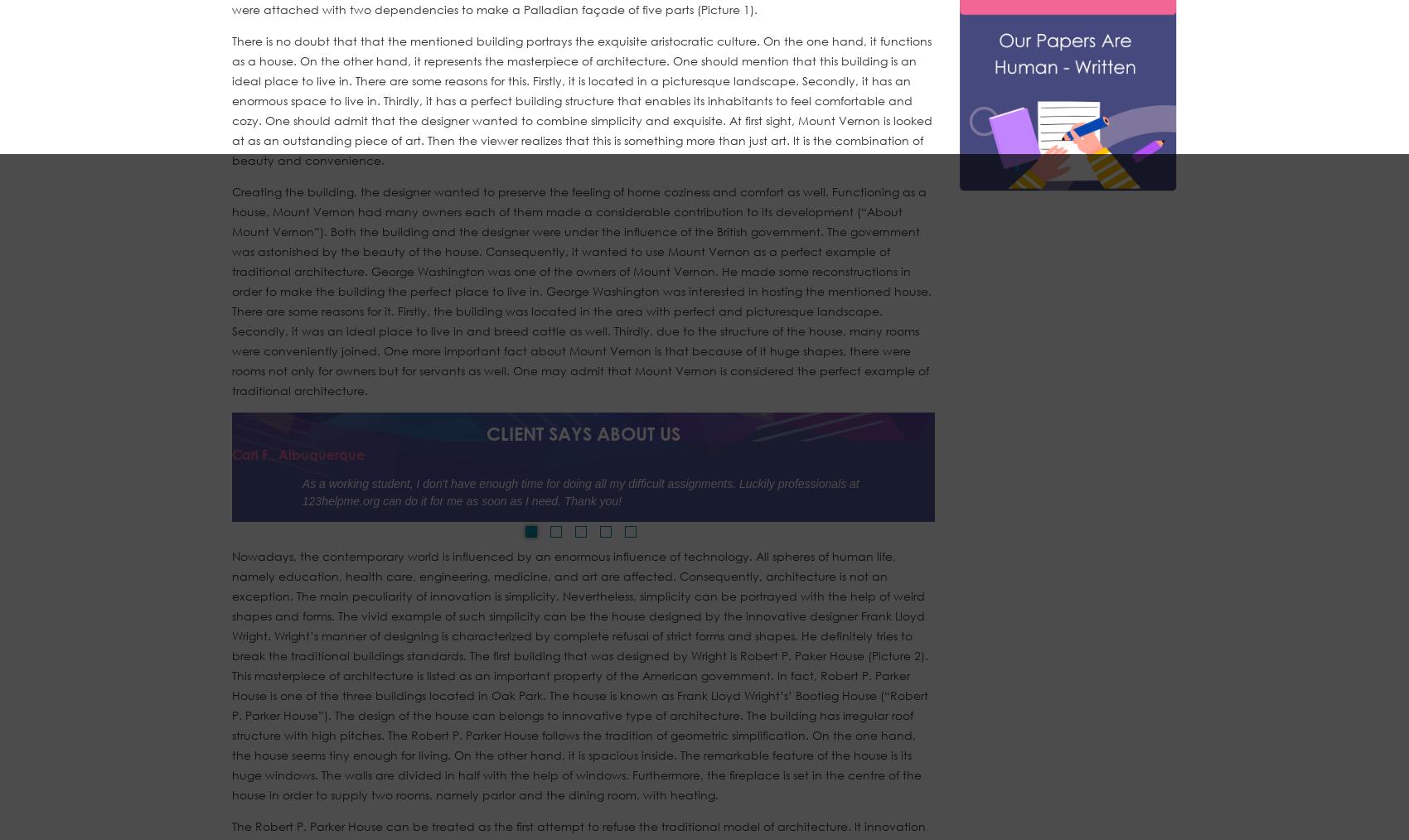 The image size is (1409, 840). What do you see at coordinates (231, 675) in the screenshot?
I see `'Nowadays, the contemporary world is influenced by an enormous influence of technology. All spheres of human life, namely education, health care, engineering, medicine, and art are affected. Consequently, architecture is not an exception. The main peculiarity of innovation is simplicity. Nevertheless, simplicity can be portrayed with the help of weird shapes and forms. The vivid example of such simplicity can be the house designed by the innovative designer Frank Lloyd Wright. Wright’s manner of designing is characterized by complete refusal of strict forms and shapes. He definitely tries to break the traditional buildings standards. The first building that was designed by Wright is Robert P. Paker House (Picture 2). This masterpiece of architecture is listed as an important property of the American government. In fact, Robert P. Parker House is one of the three buildings located in Oak Park. The house is known as Frank Lloyd Wright’s’ Bootleg House (“Robert P. Parker House”). The design of the house can belongs to innovative type of architecture. The building has irregular roof structure with high pitches. The Robert P. Parker House follows the tradition of geometric simplification. On the one hand, the house seems tiny enough for living. On the other hand, it is spacious inside. The remarkable feature of the house is its huge windows. The walls are divided in half with the help of windows. Furthermore, the fireplace is set in the centre of the house in order to supply two rooms, namely parlor and the dining room, with heating.'` at bounding box center [231, 675].